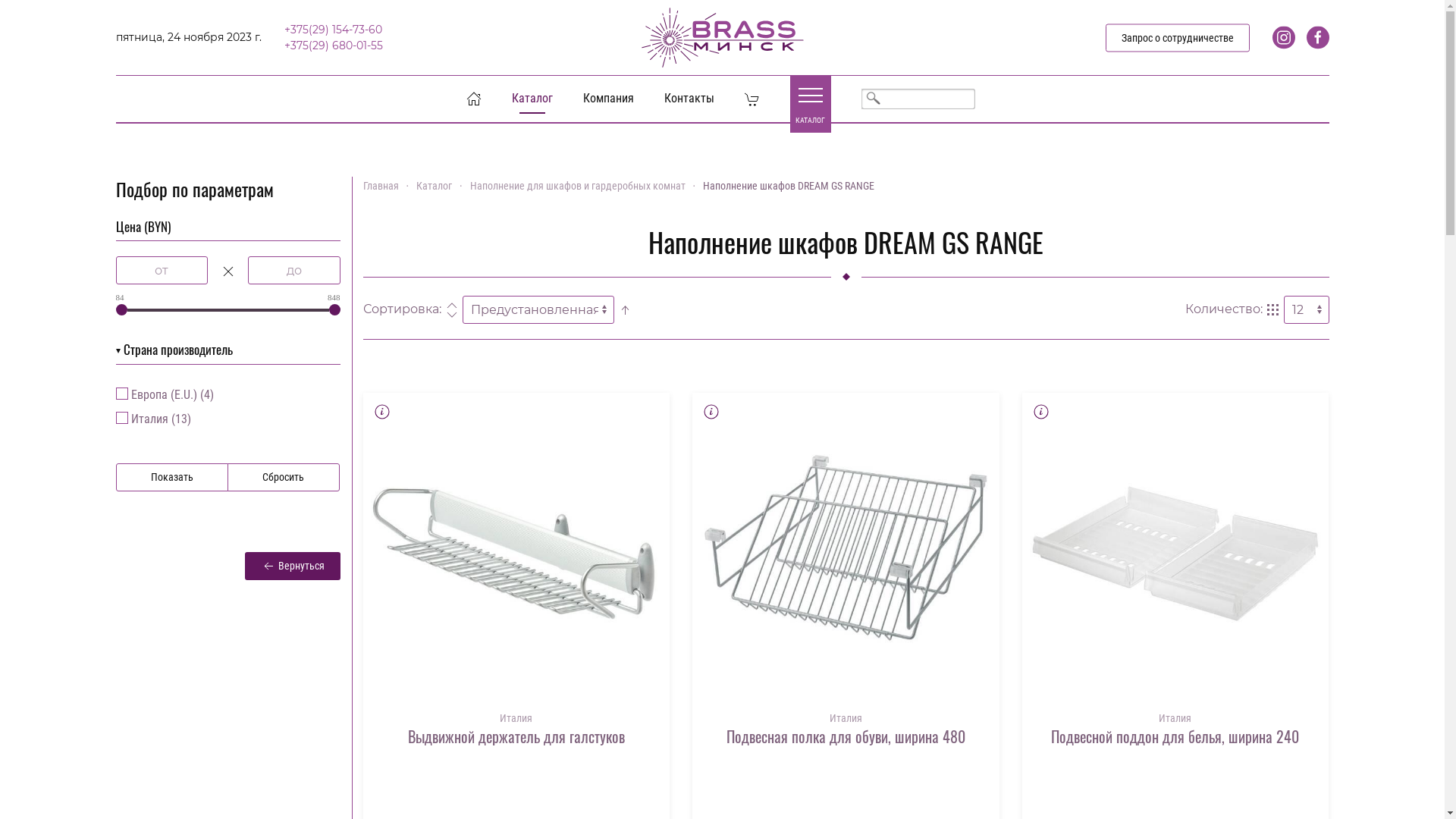 Image resolution: width=1456 pixels, height=819 pixels. I want to click on '1', so click(120, 418).